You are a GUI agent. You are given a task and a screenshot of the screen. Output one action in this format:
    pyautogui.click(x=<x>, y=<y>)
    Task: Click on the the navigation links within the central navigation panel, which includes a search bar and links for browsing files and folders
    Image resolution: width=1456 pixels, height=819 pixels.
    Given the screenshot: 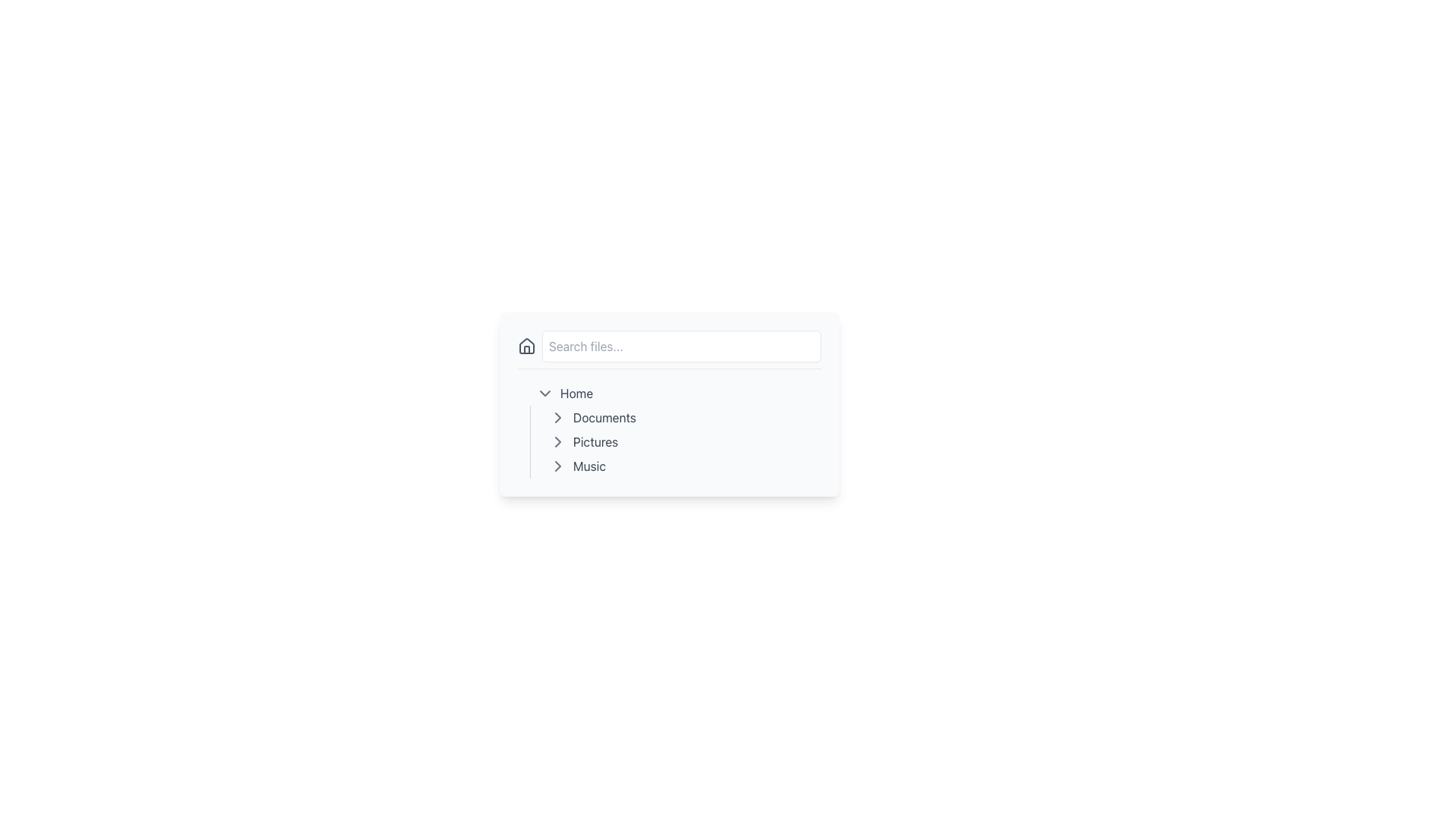 What is the action you would take?
    pyautogui.click(x=669, y=403)
    